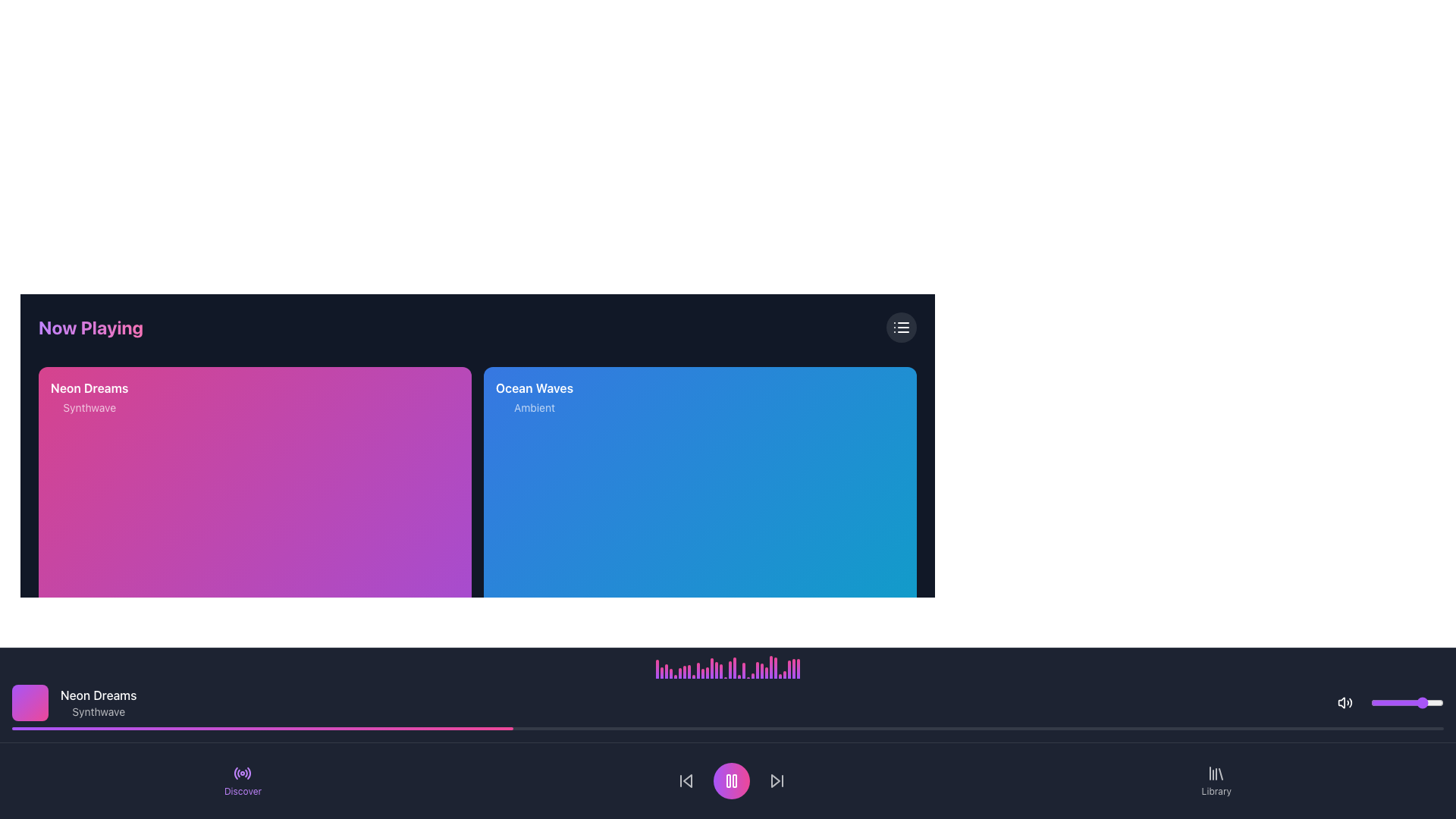  What do you see at coordinates (775, 669) in the screenshot?
I see `the height change dynamically of the 27th vertical bar in the graphical equalizer, which has a color gradient from purple to pink and is part of a row of similar bars` at bounding box center [775, 669].